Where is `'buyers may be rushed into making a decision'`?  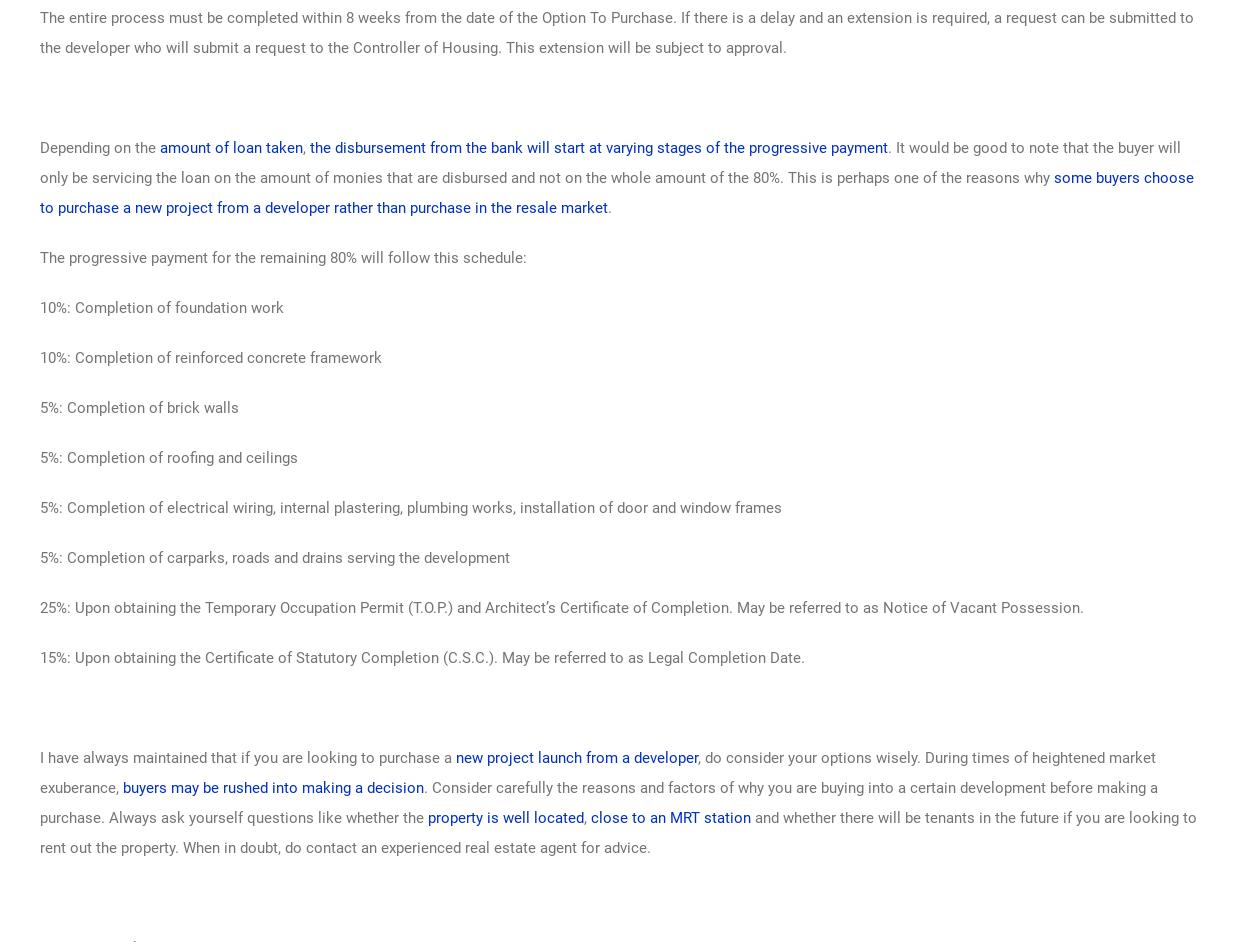
'buyers may be rushed into making a decision' is located at coordinates (273, 787).